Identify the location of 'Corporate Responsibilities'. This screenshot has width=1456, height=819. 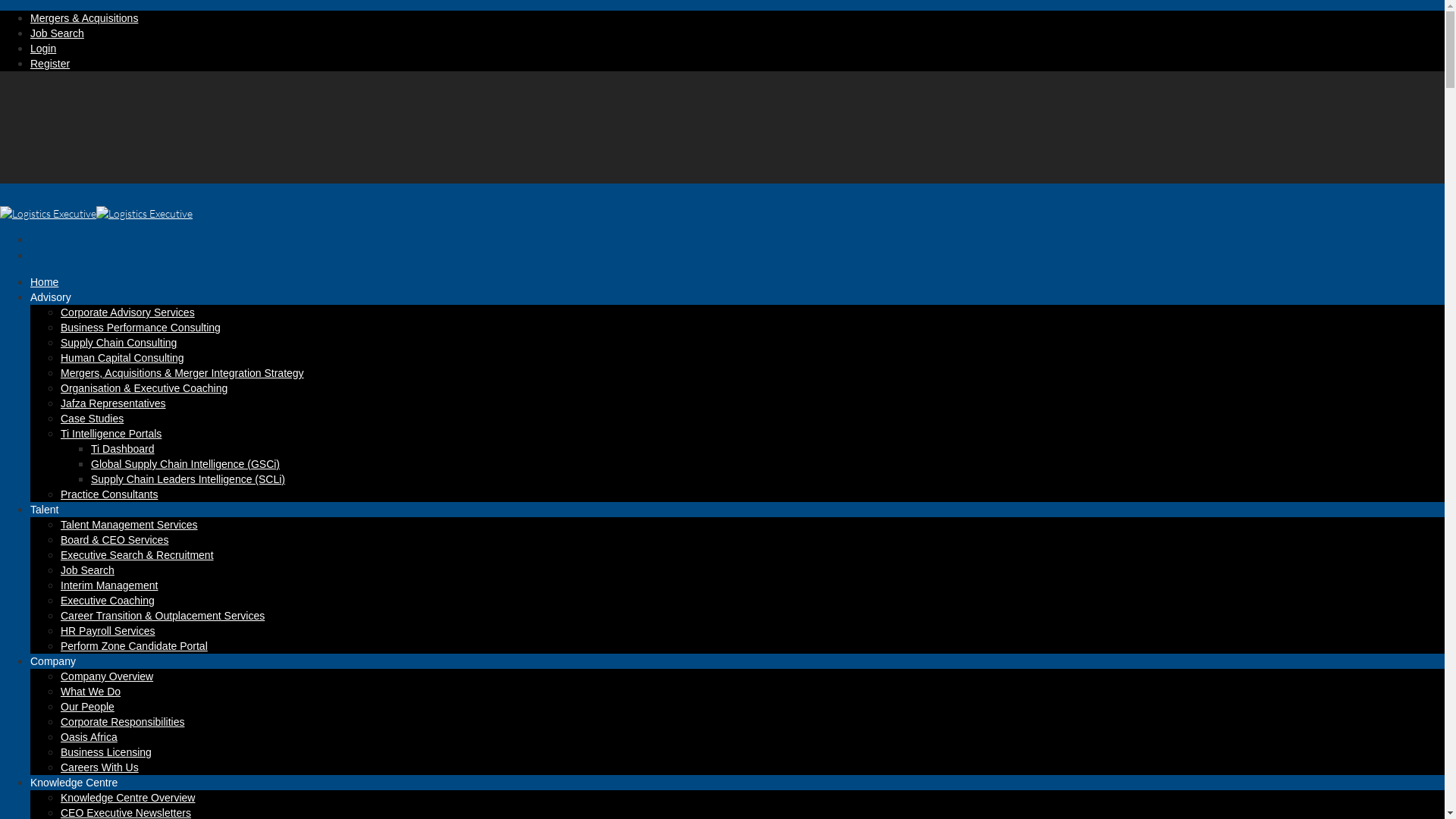
(61, 721).